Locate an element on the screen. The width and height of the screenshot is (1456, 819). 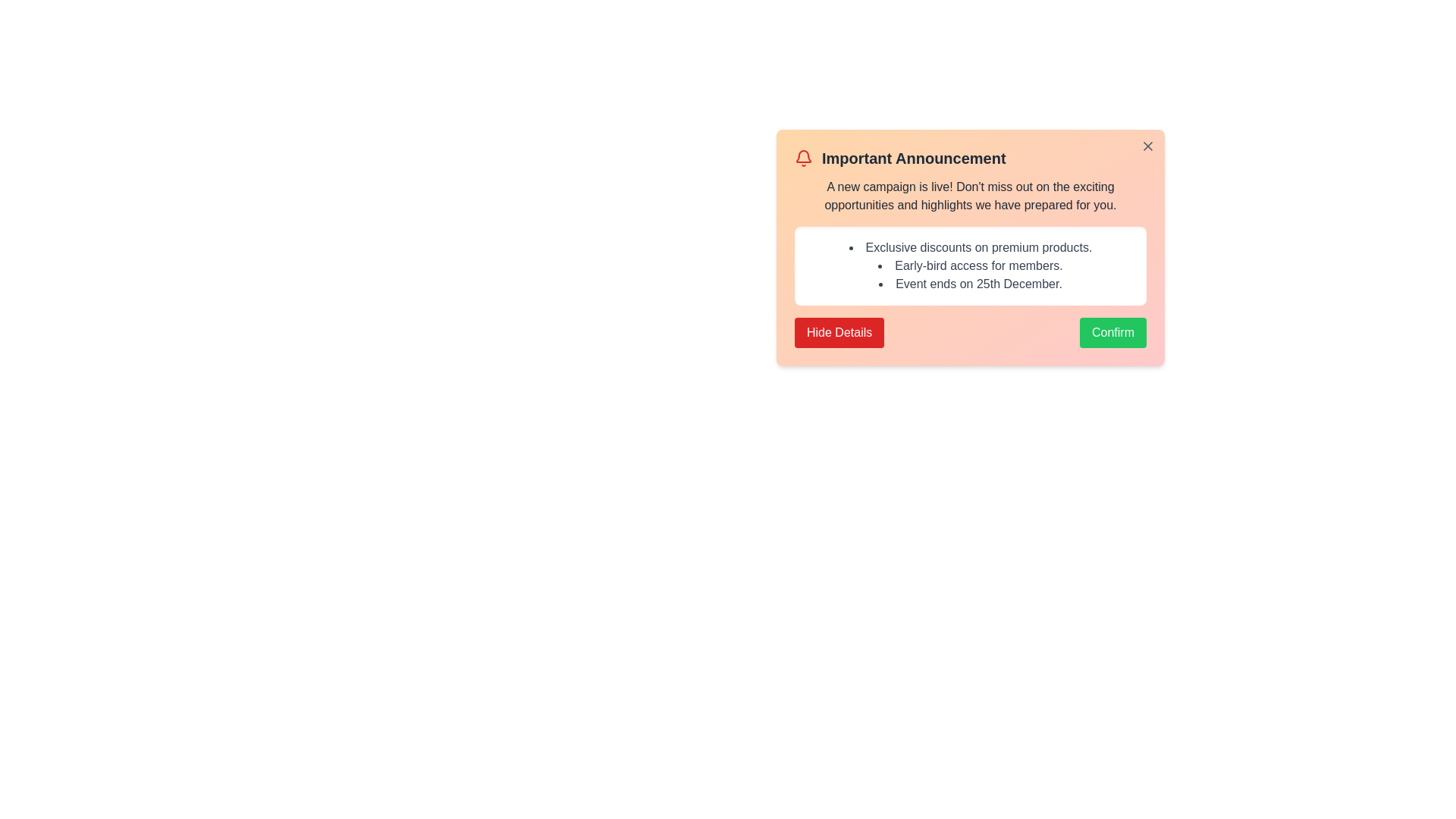
close button in the top-right corner of the alert to dismiss it is located at coordinates (1147, 146).